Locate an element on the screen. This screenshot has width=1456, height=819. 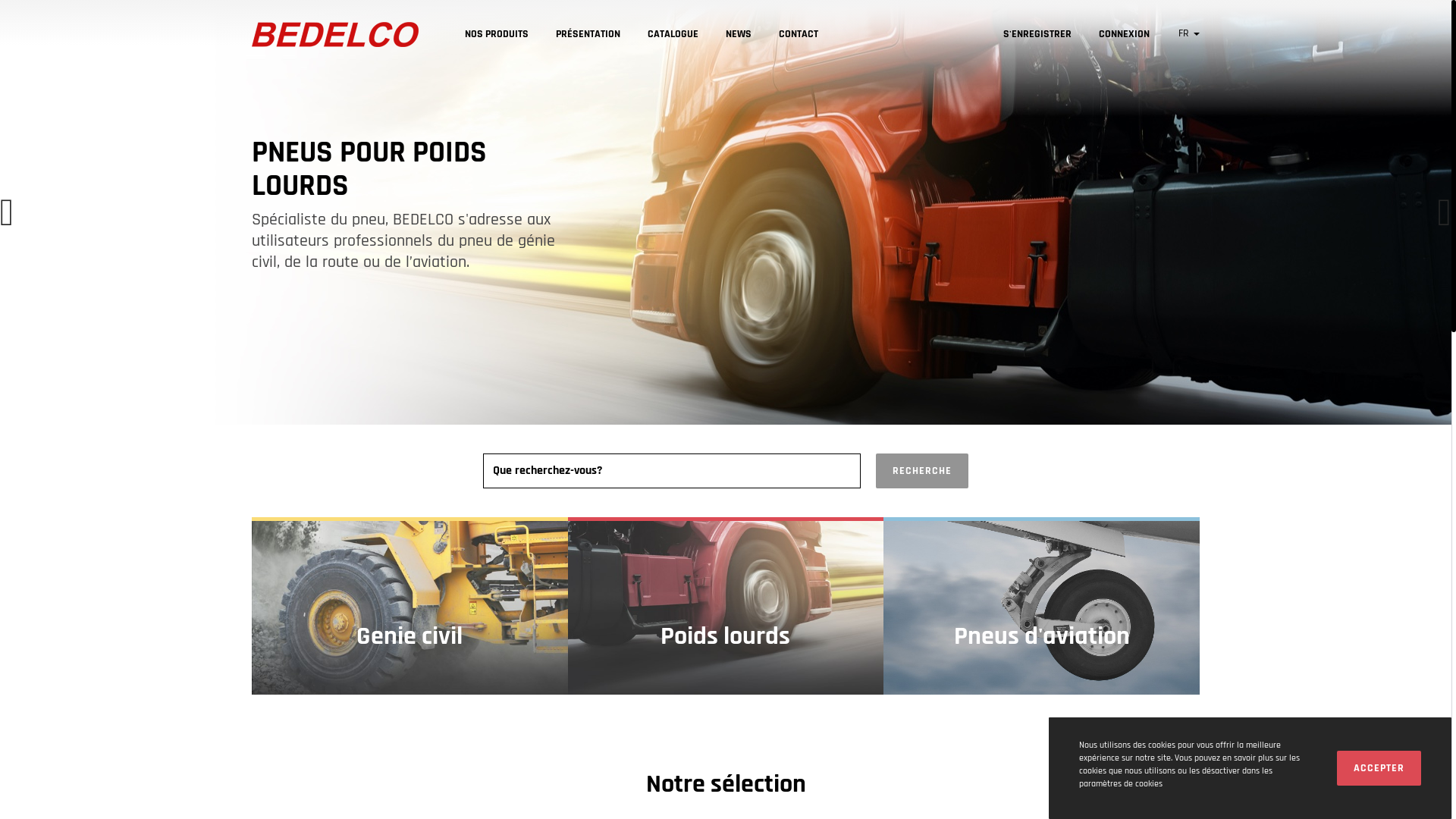
'Poids lourds' is located at coordinates (725, 604).